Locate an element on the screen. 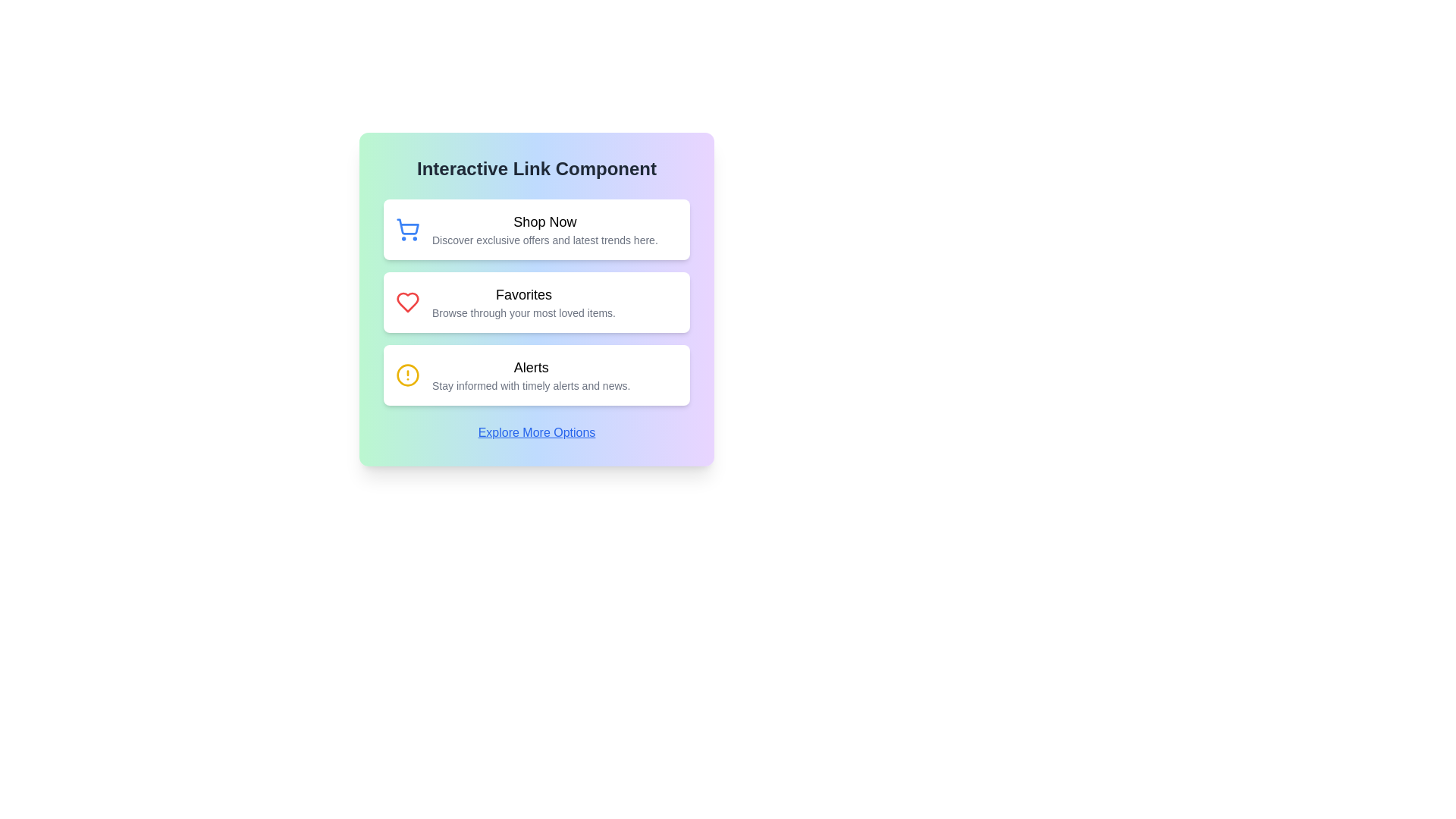  text displayed in the light-gray Text Label that says 'Discover exclusive offers and latest trends here.', located beneath the bold 'Shop Now' text is located at coordinates (544, 239).